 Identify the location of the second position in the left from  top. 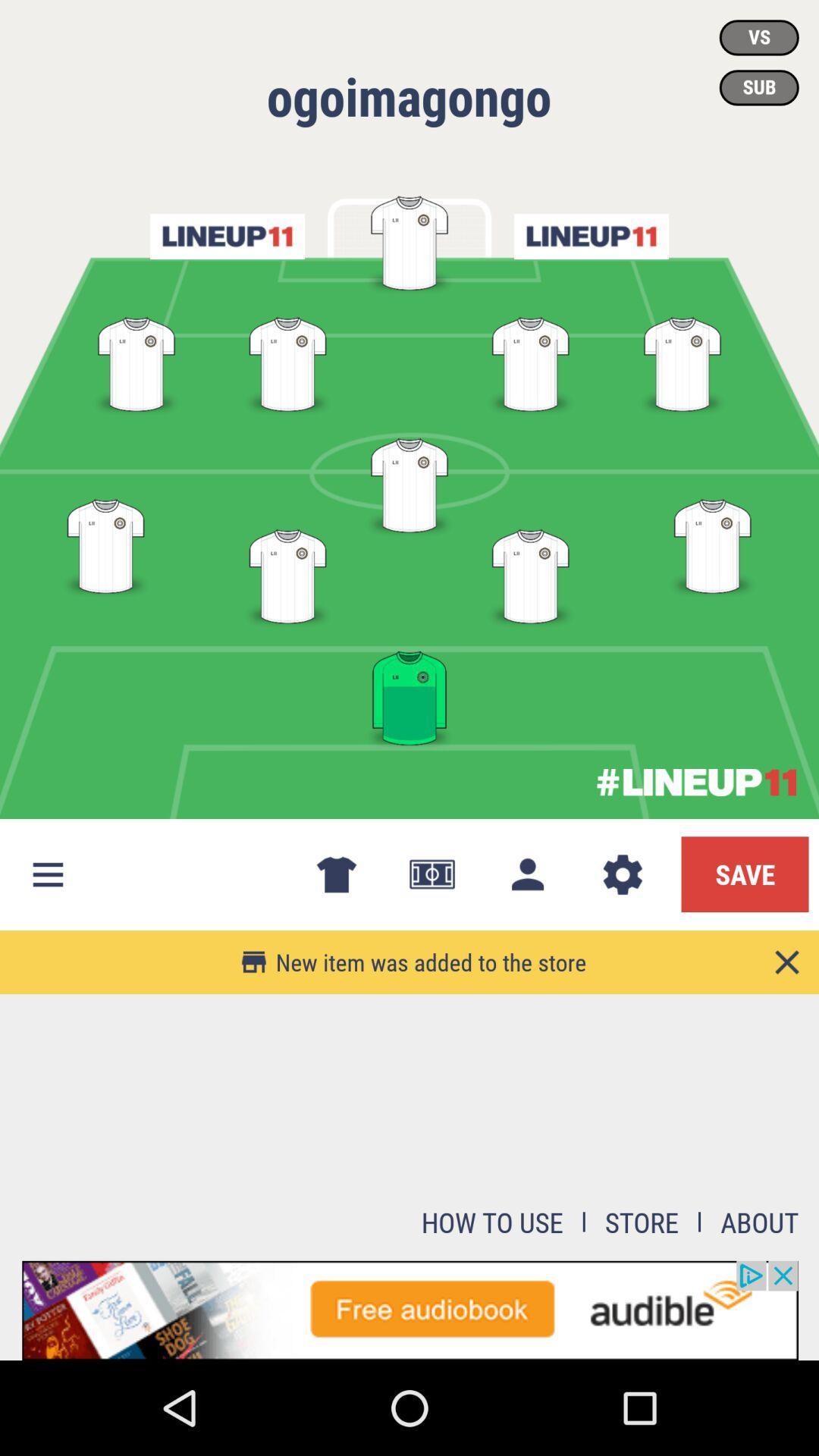
(288, 356).